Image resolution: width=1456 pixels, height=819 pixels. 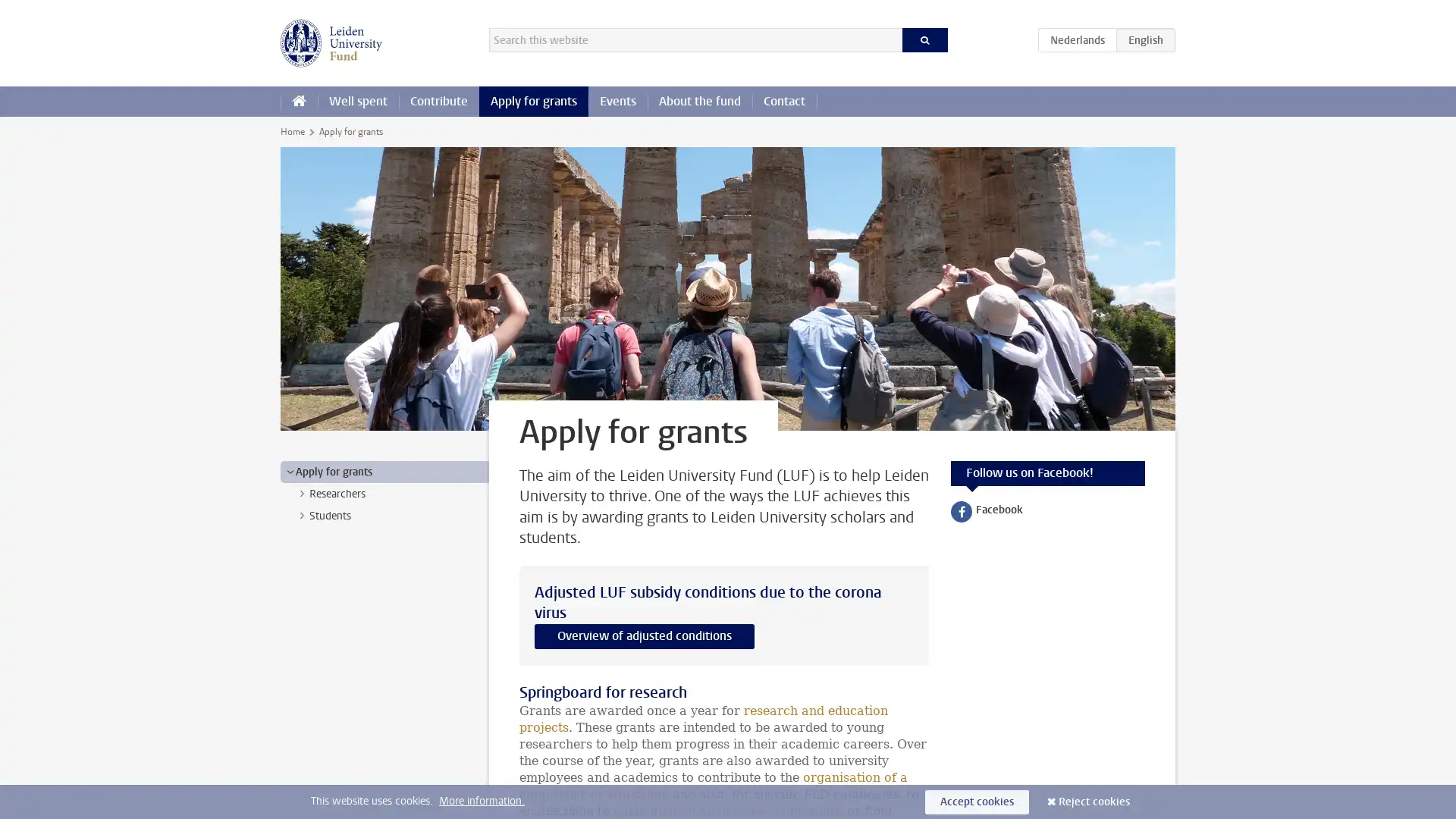 What do you see at coordinates (290, 470) in the screenshot?
I see `>` at bounding box center [290, 470].